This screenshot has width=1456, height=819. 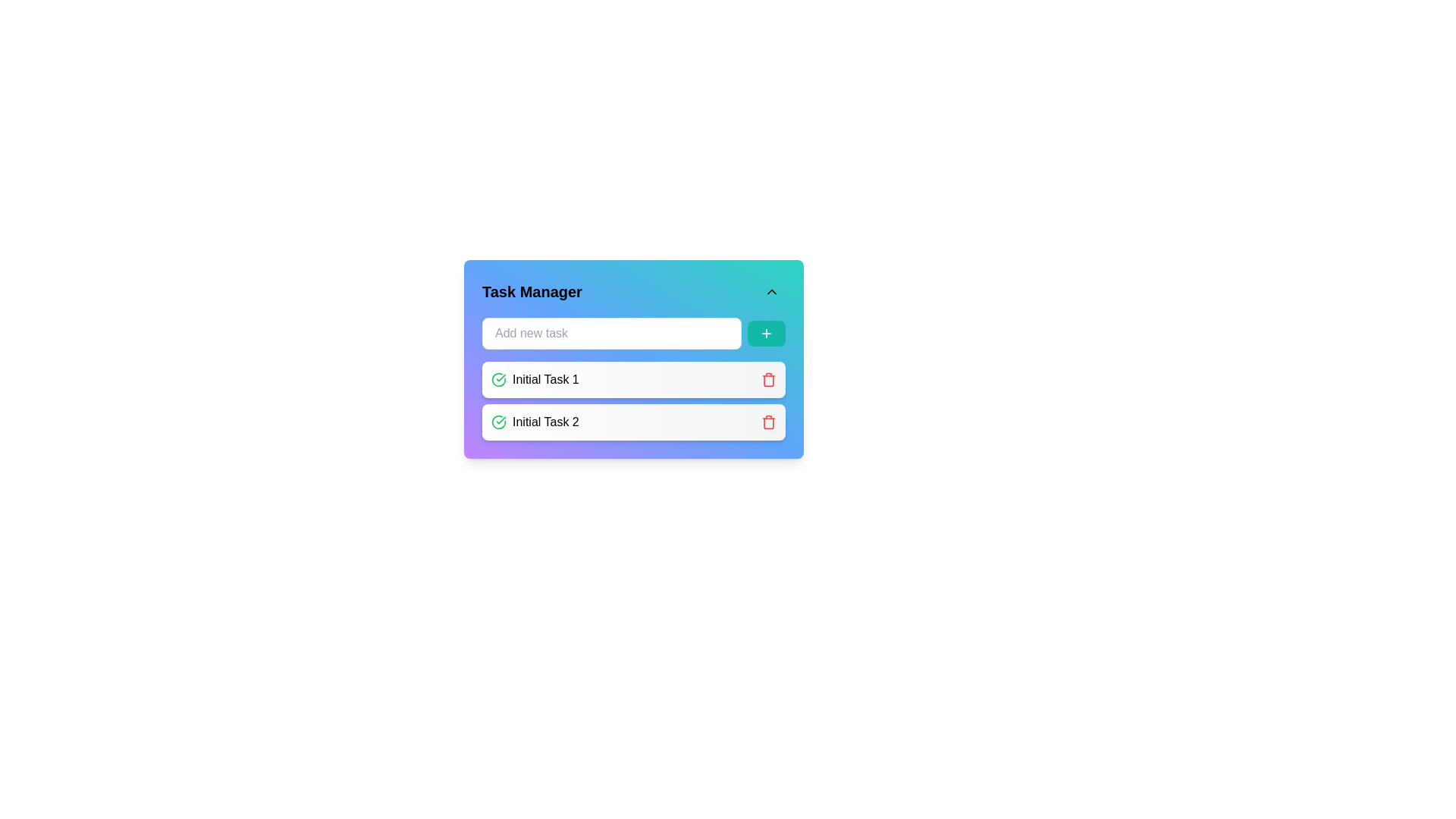 I want to click on the small circular button with an upward pointing chevron icon located at the top-right corner of the 'Task Manager' header bar, so click(x=771, y=292).